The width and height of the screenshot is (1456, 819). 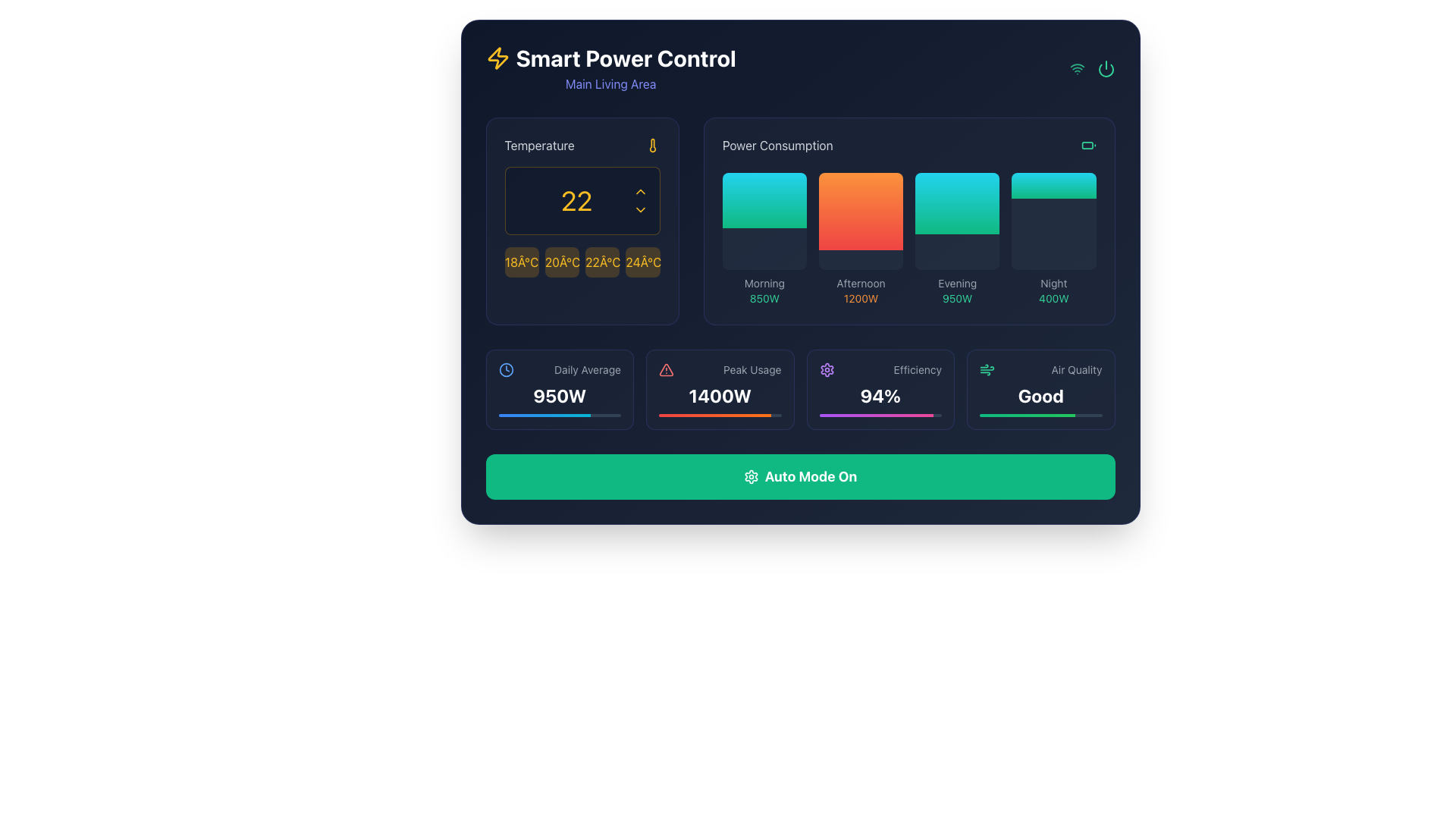 I want to click on the text label displaying 'Good' in the 'Air Quality' section, which is styled in a large bold white font on a dark background, so click(x=1040, y=394).